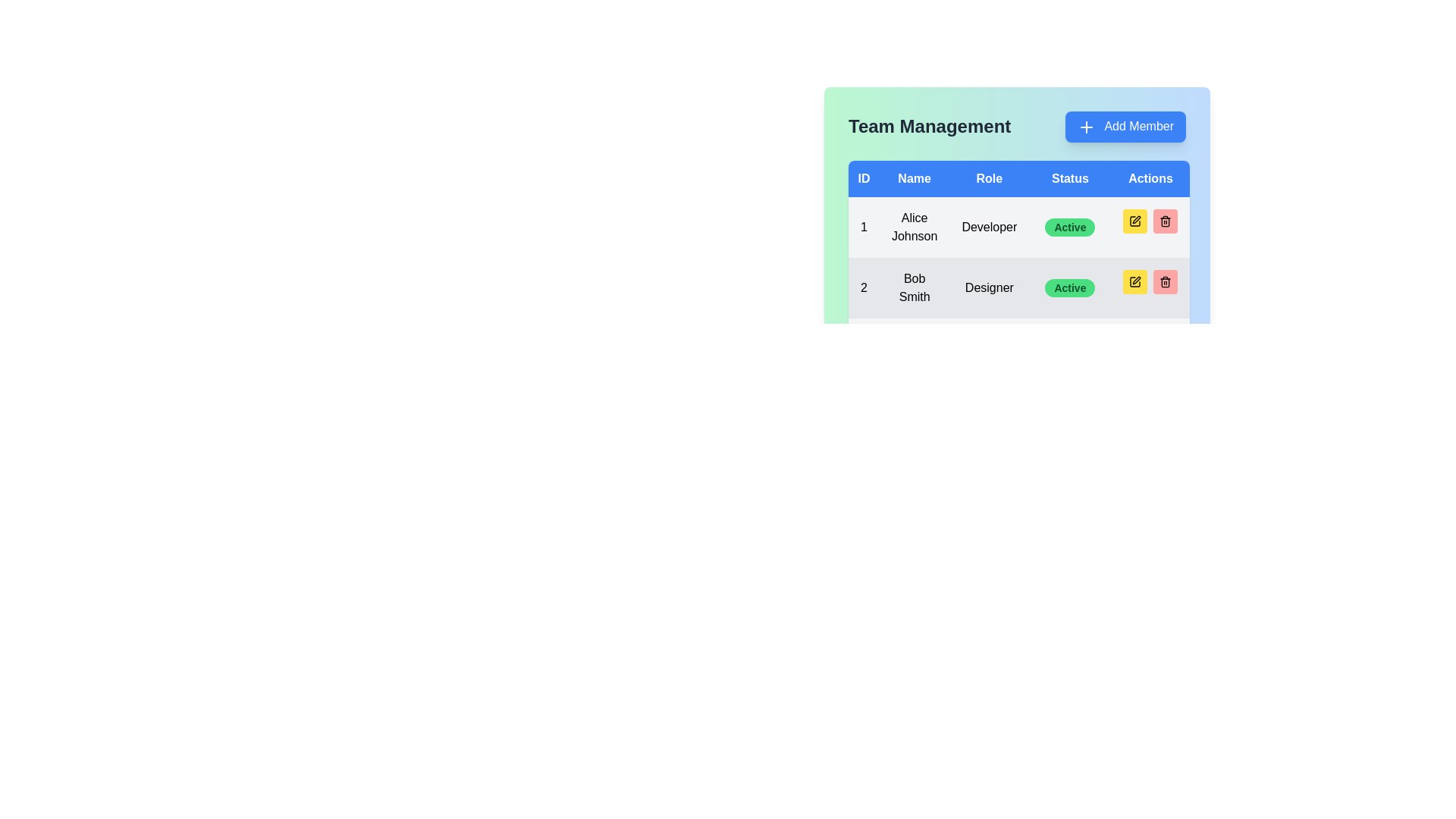 This screenshot has width=1456, height=819. What do you see at coordinates (1165, 221) in the screenshot?
I see `the delete icon button located in the 'Actions' column of the second row in the table` at bounding box center [1165, 221].